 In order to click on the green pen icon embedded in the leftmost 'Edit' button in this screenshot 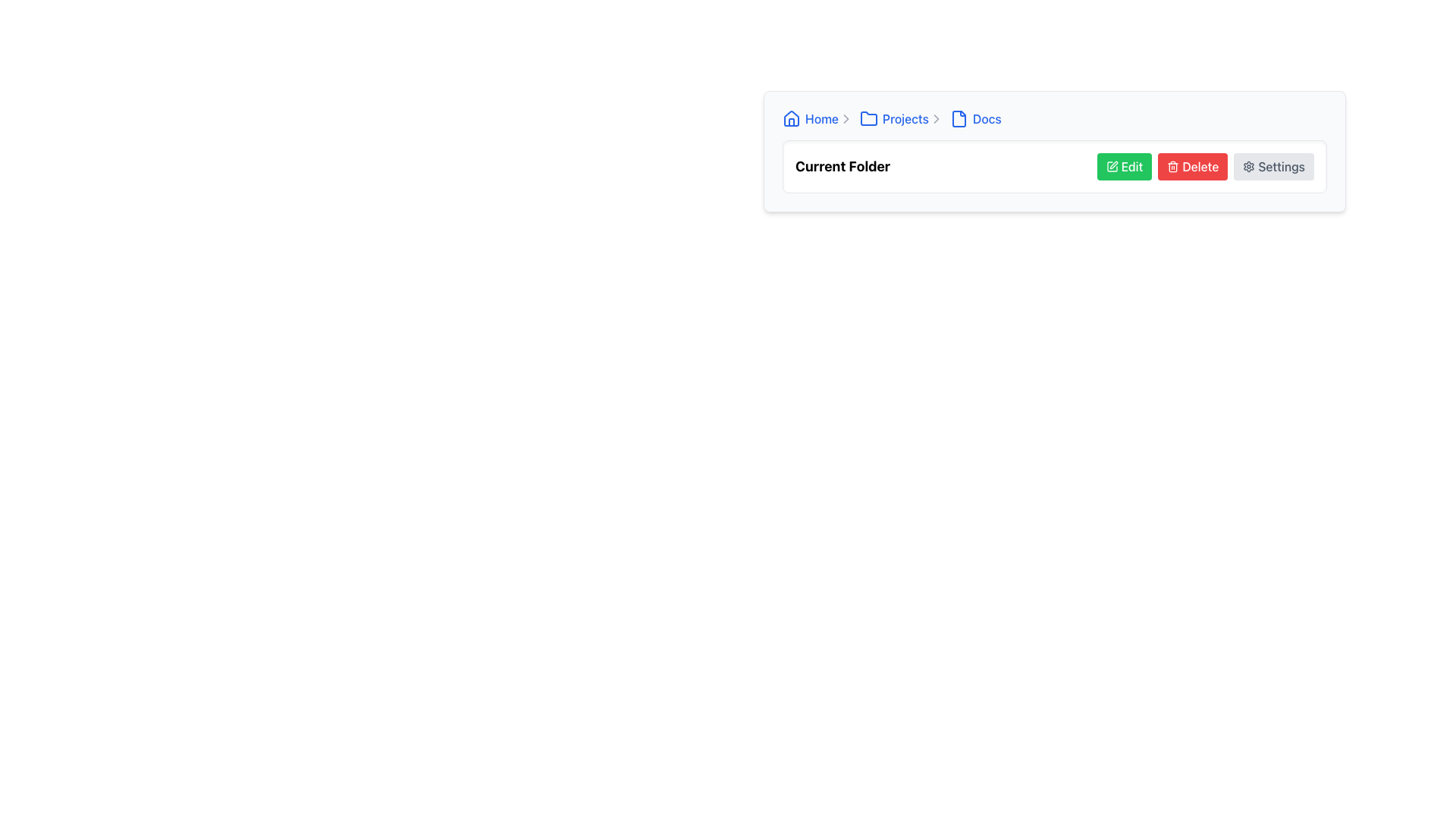, I will do `click(1112, 166)`.